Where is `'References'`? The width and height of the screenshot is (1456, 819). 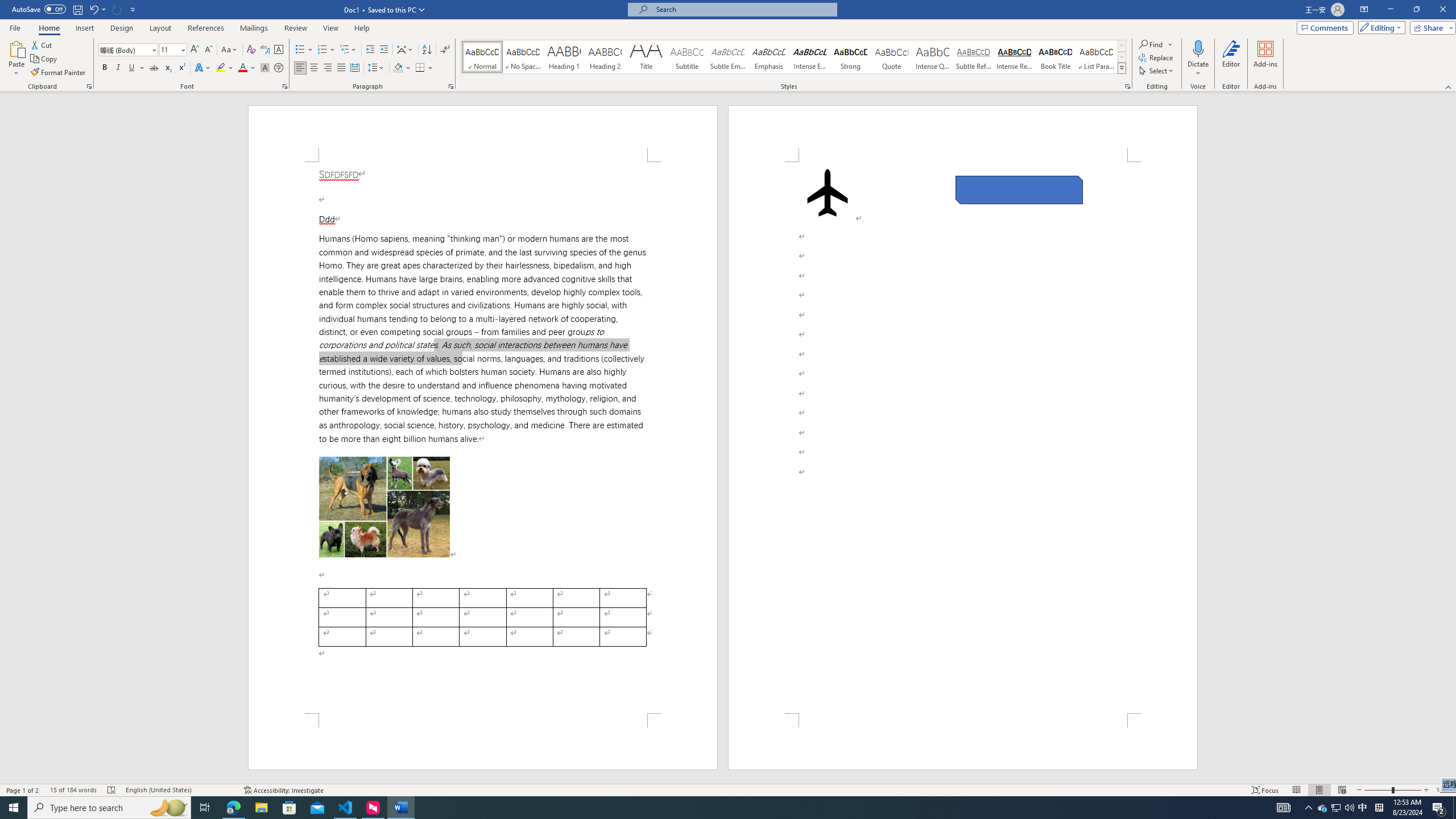 'References' is located at coordinates (206, 28).